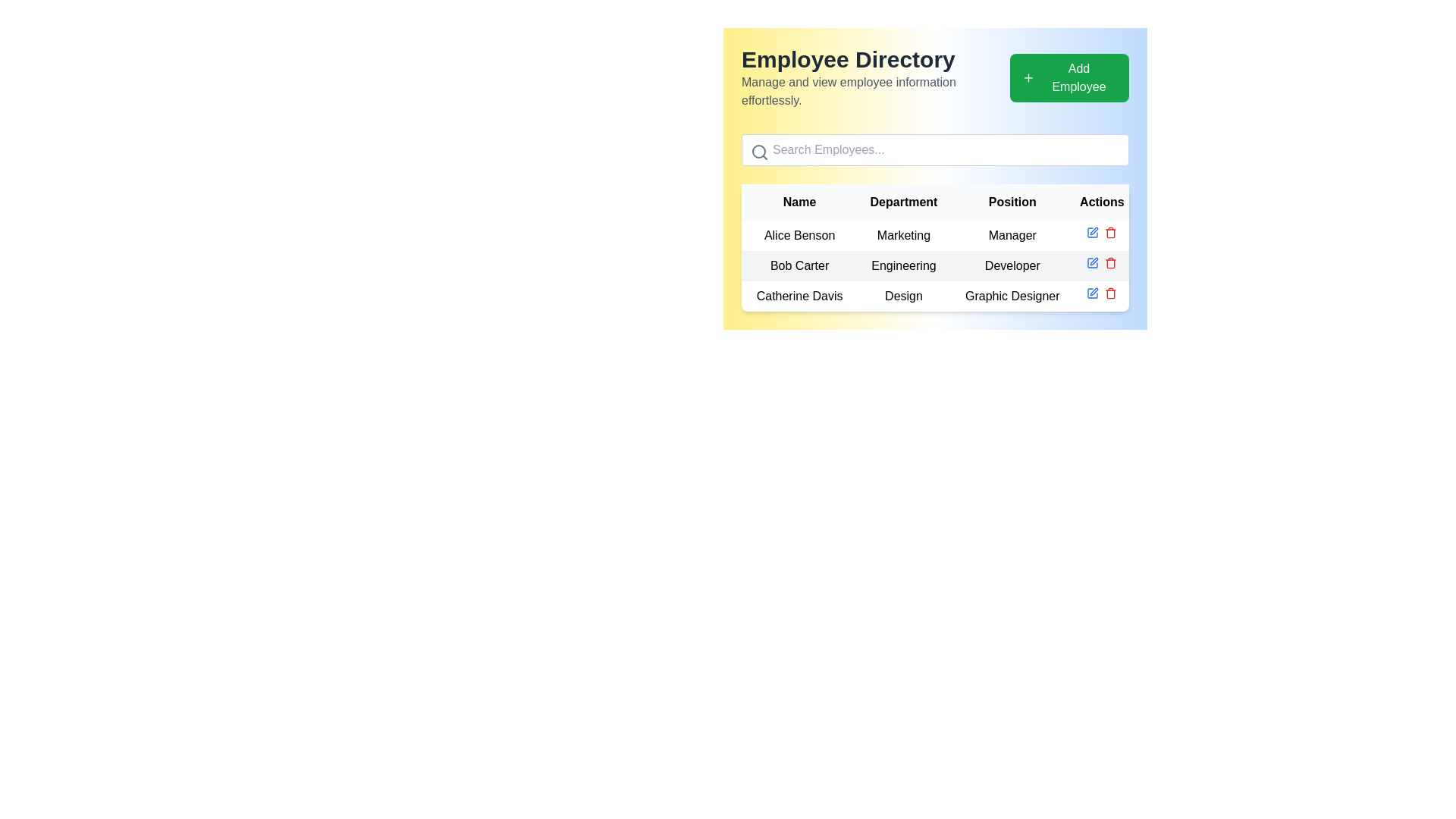 The height and width of the screenshot is (819, 1456). Describe the element at coordinates (1028, 78) in the screenshot. I see `the addition icon located on the left side of the 'Add Employee' button at the top right section of the interface` at that location.